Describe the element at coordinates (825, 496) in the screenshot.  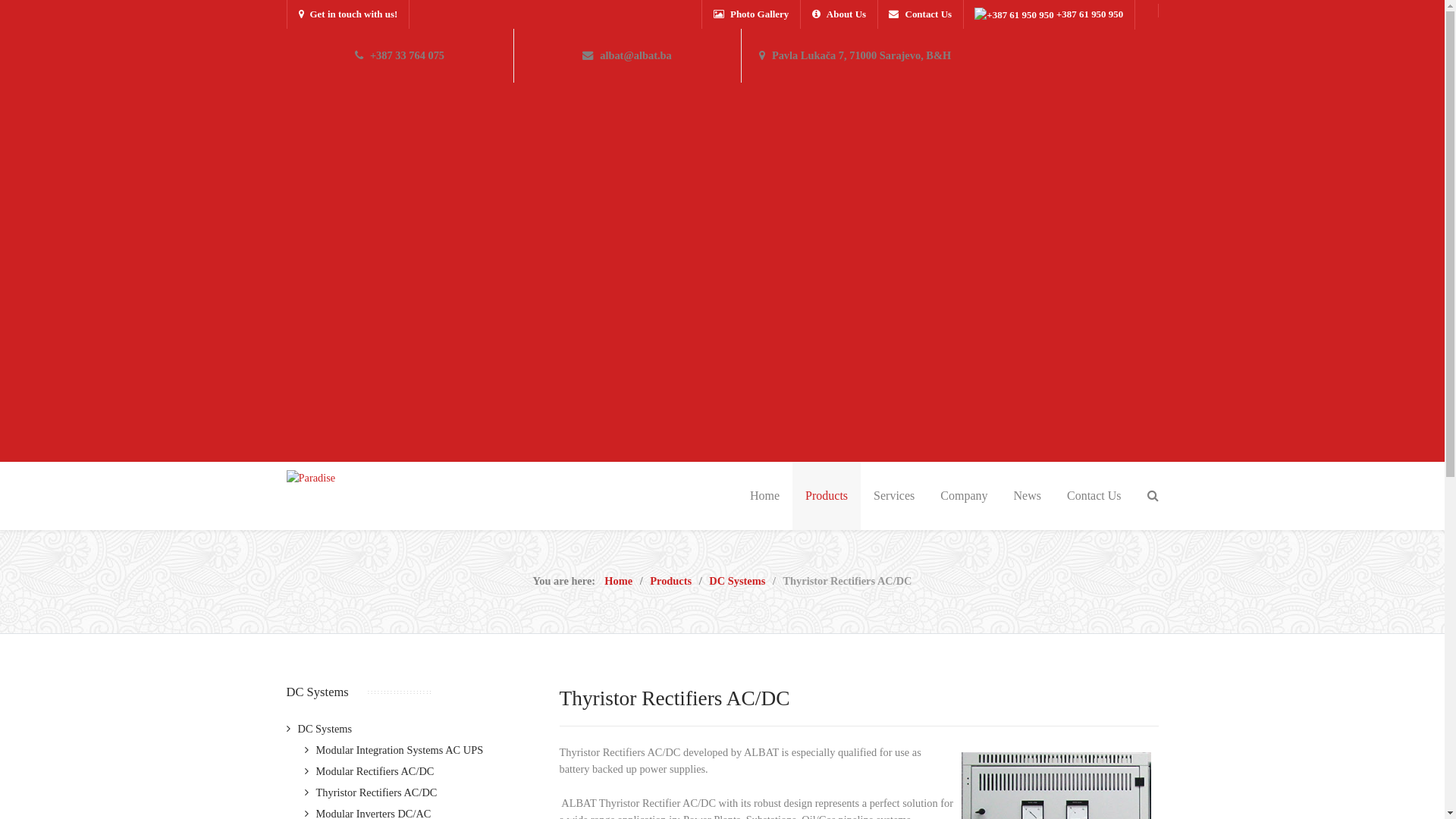
I see `'Products'` at that location.